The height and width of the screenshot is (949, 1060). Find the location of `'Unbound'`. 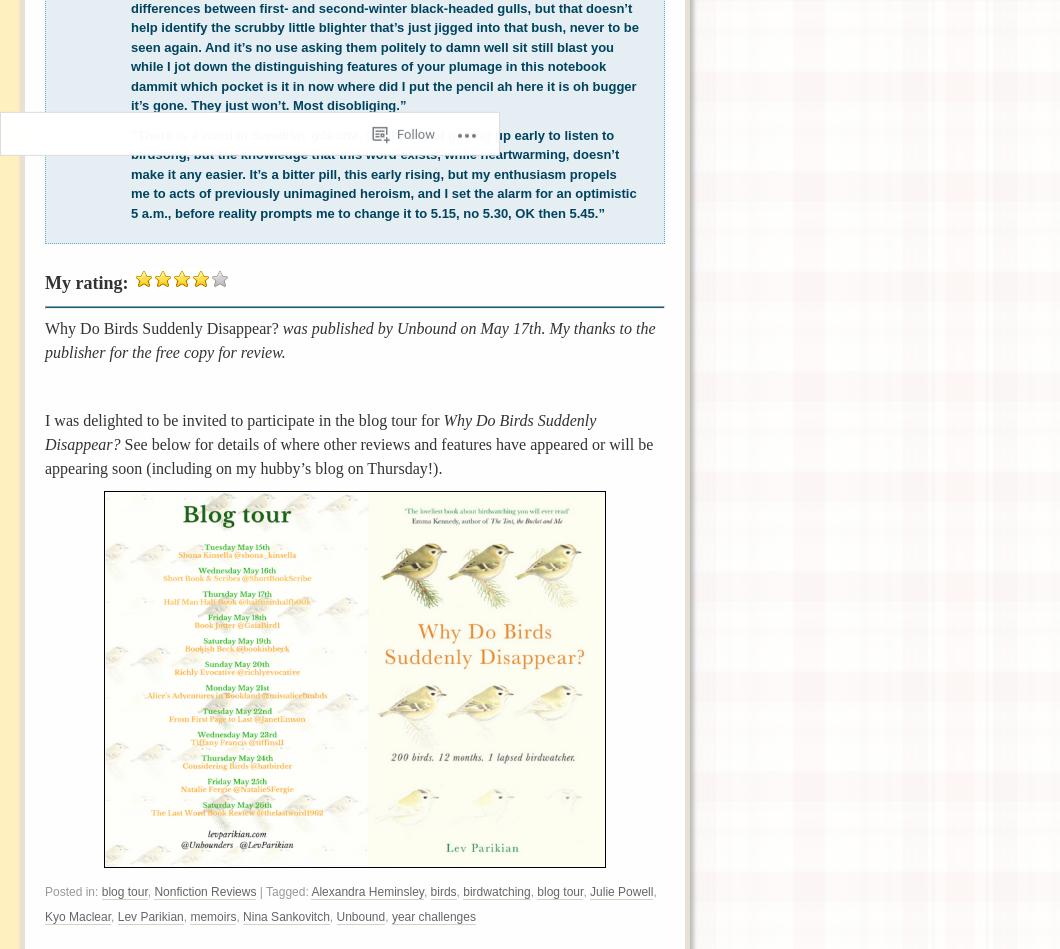

'Unbound' is located at coordinates (360, 916).